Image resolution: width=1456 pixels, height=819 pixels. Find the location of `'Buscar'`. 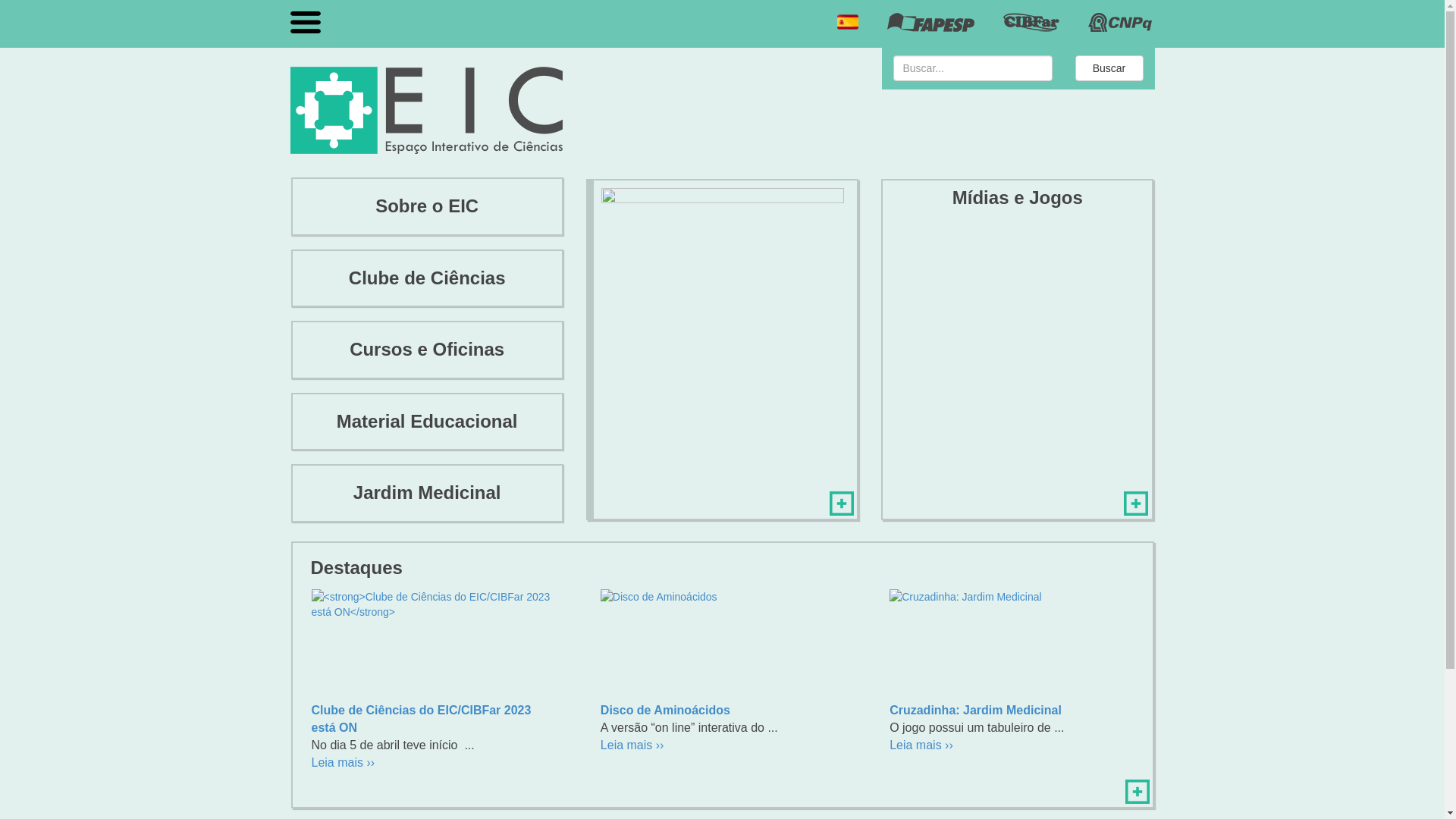

'Buscar' is located at coordinates (1109, 67).